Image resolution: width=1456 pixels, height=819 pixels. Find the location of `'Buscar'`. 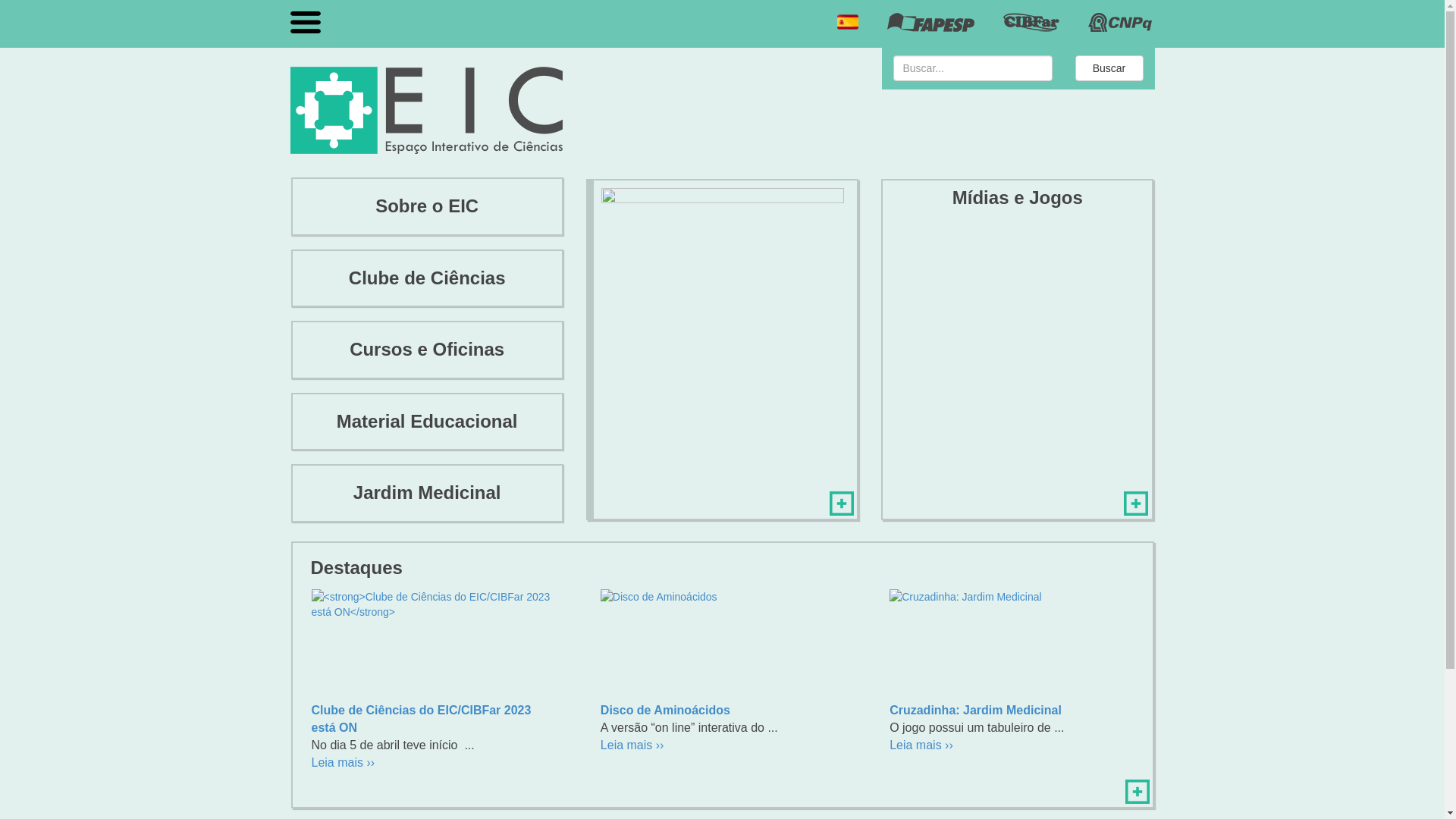

'Buscar' is located at coordinates (1109, 67).